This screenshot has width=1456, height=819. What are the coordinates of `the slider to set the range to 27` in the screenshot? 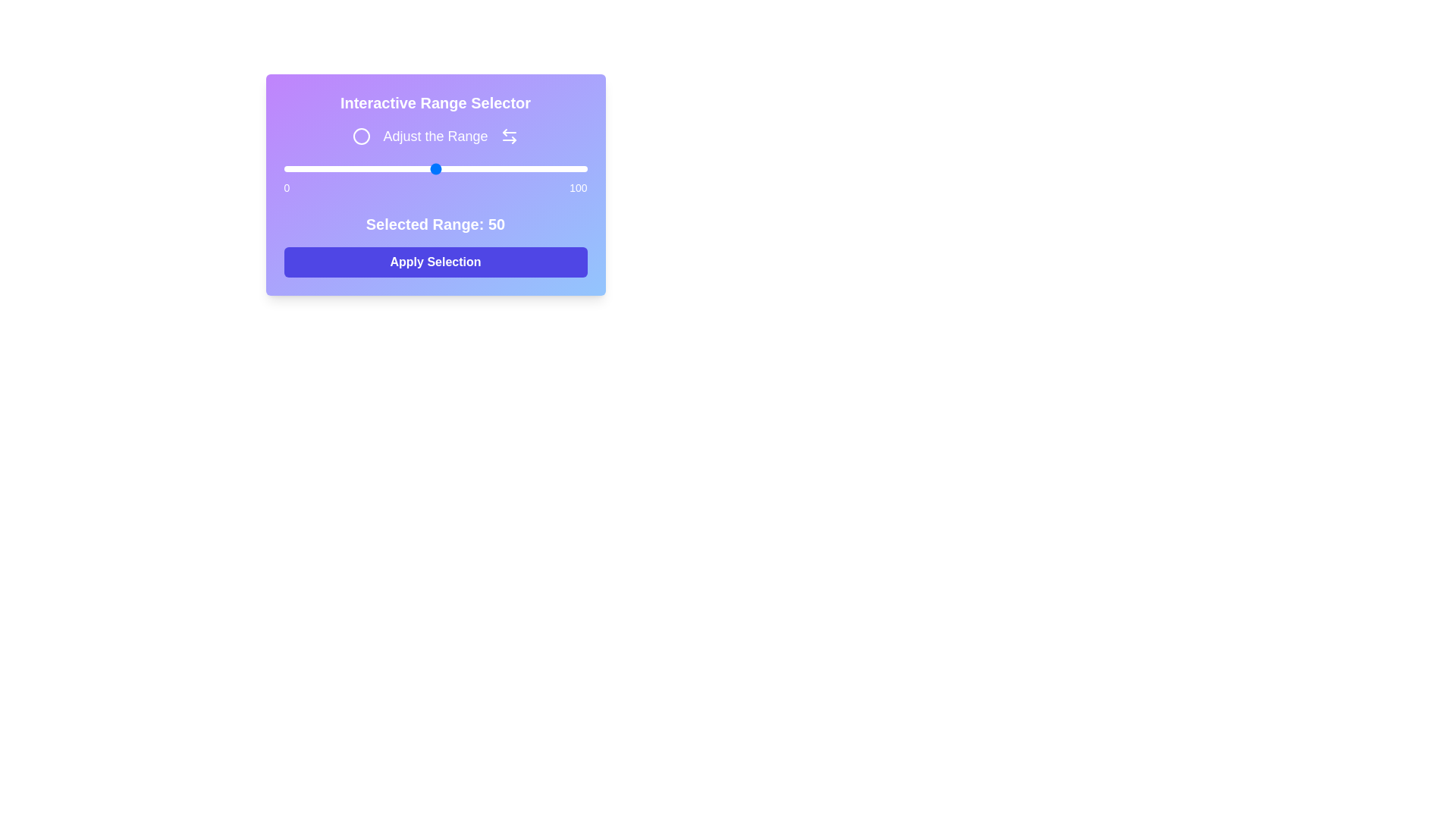 It's located at (366, 169).